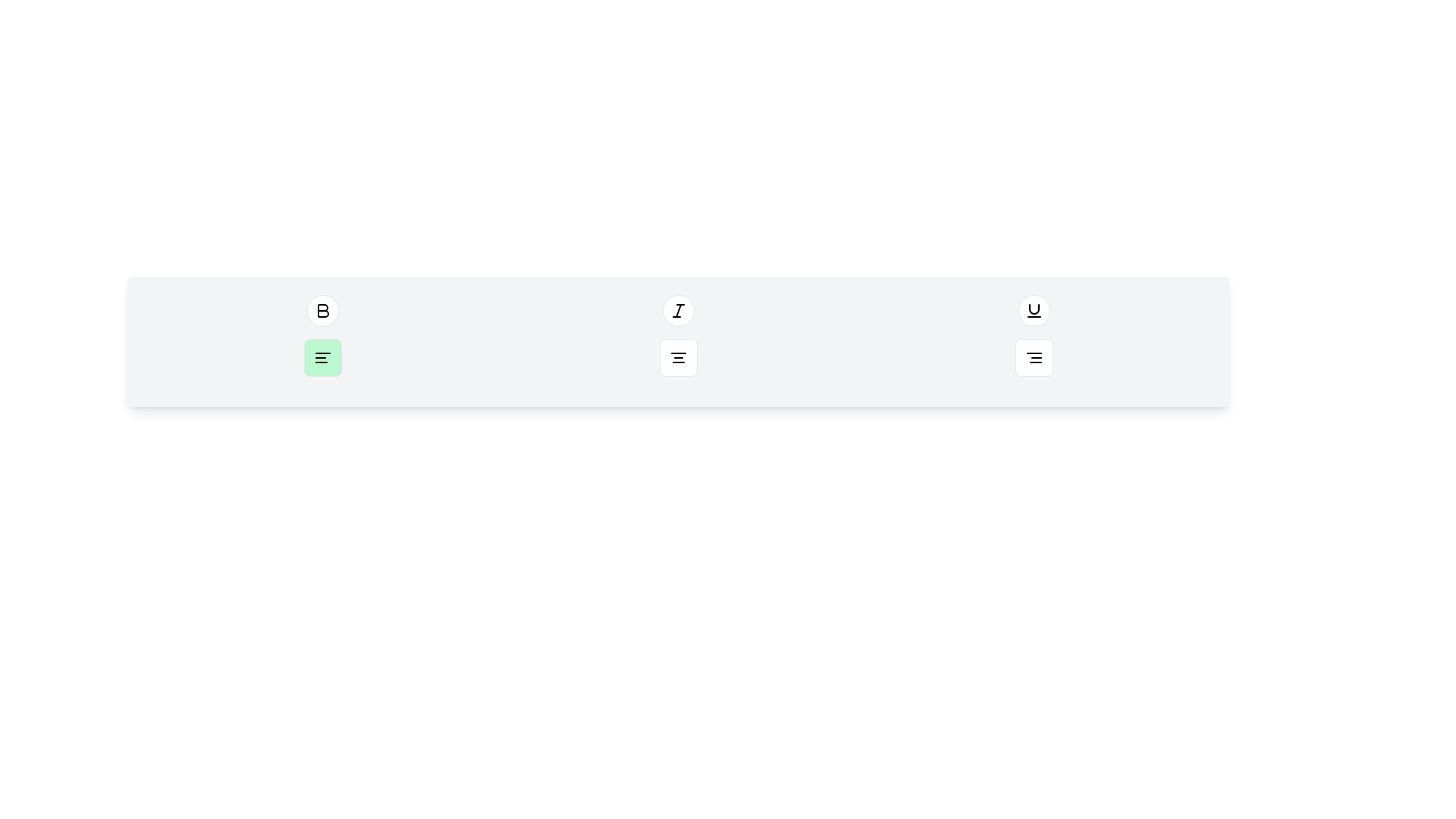 The height and width of the screenshot is (819, 1456). Describe the element at coordinates (1033, 357) in the screenshot. I see `the rightmost button in the UI control group to align text or content to the right` at that location.